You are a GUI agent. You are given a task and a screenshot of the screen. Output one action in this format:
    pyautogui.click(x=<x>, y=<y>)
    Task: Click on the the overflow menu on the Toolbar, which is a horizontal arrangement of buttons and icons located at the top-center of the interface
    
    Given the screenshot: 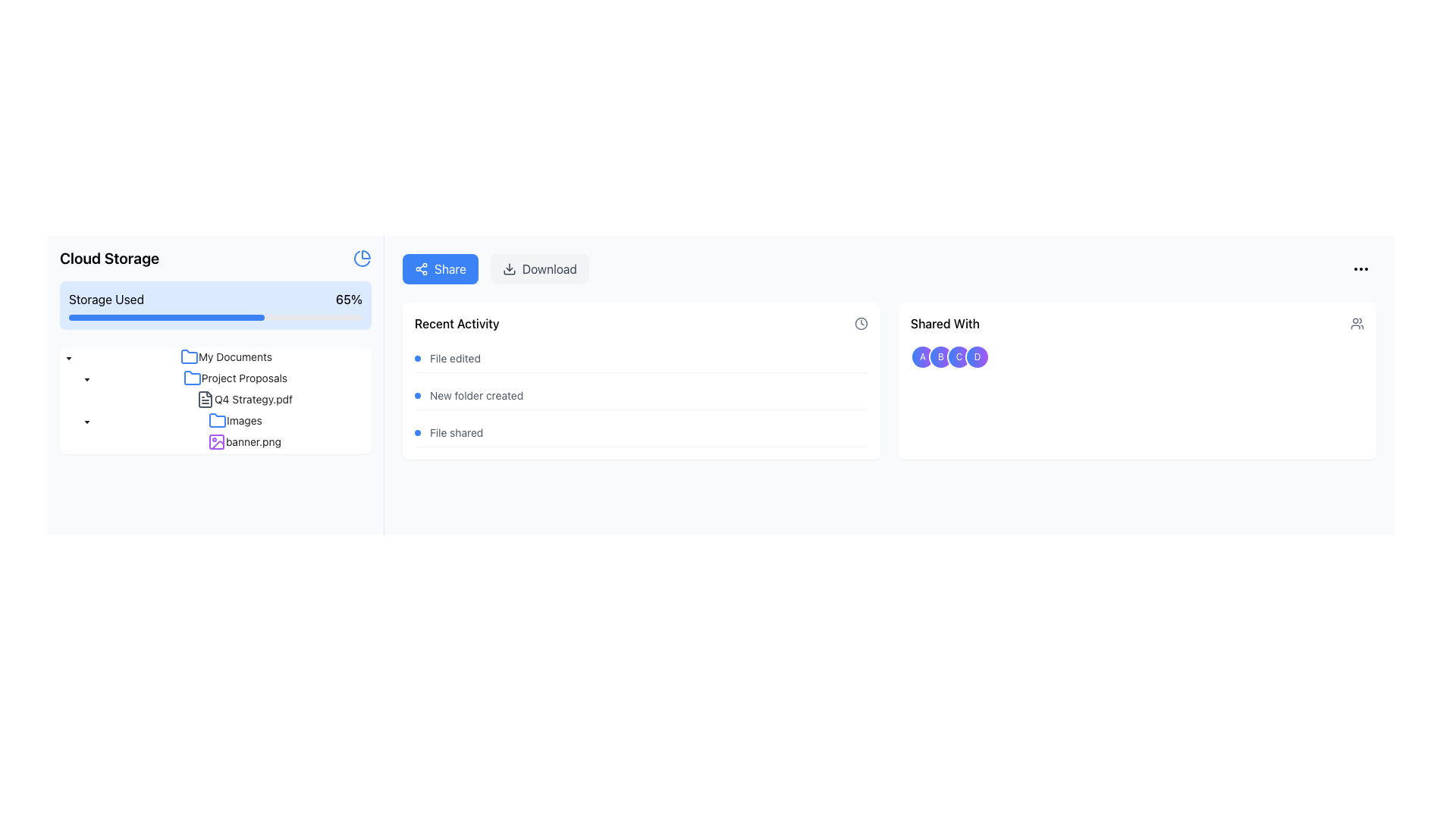 What is the action you would take?
    pyautogui.click(x=889, y=268)
    